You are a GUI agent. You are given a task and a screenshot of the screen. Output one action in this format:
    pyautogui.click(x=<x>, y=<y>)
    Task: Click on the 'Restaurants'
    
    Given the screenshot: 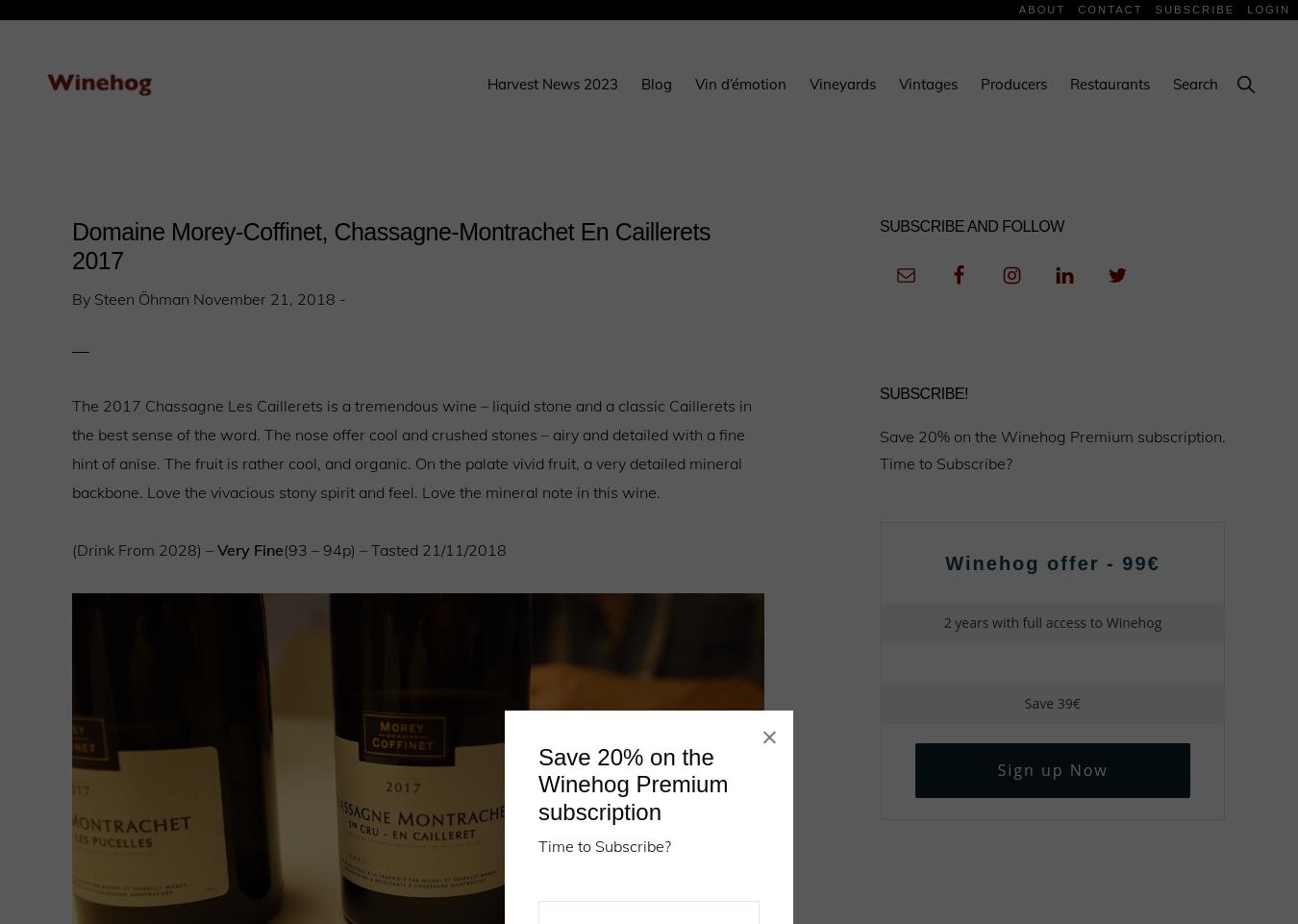 What is the action you would take?
    pyautogui.click(x=1069, y=84)
    